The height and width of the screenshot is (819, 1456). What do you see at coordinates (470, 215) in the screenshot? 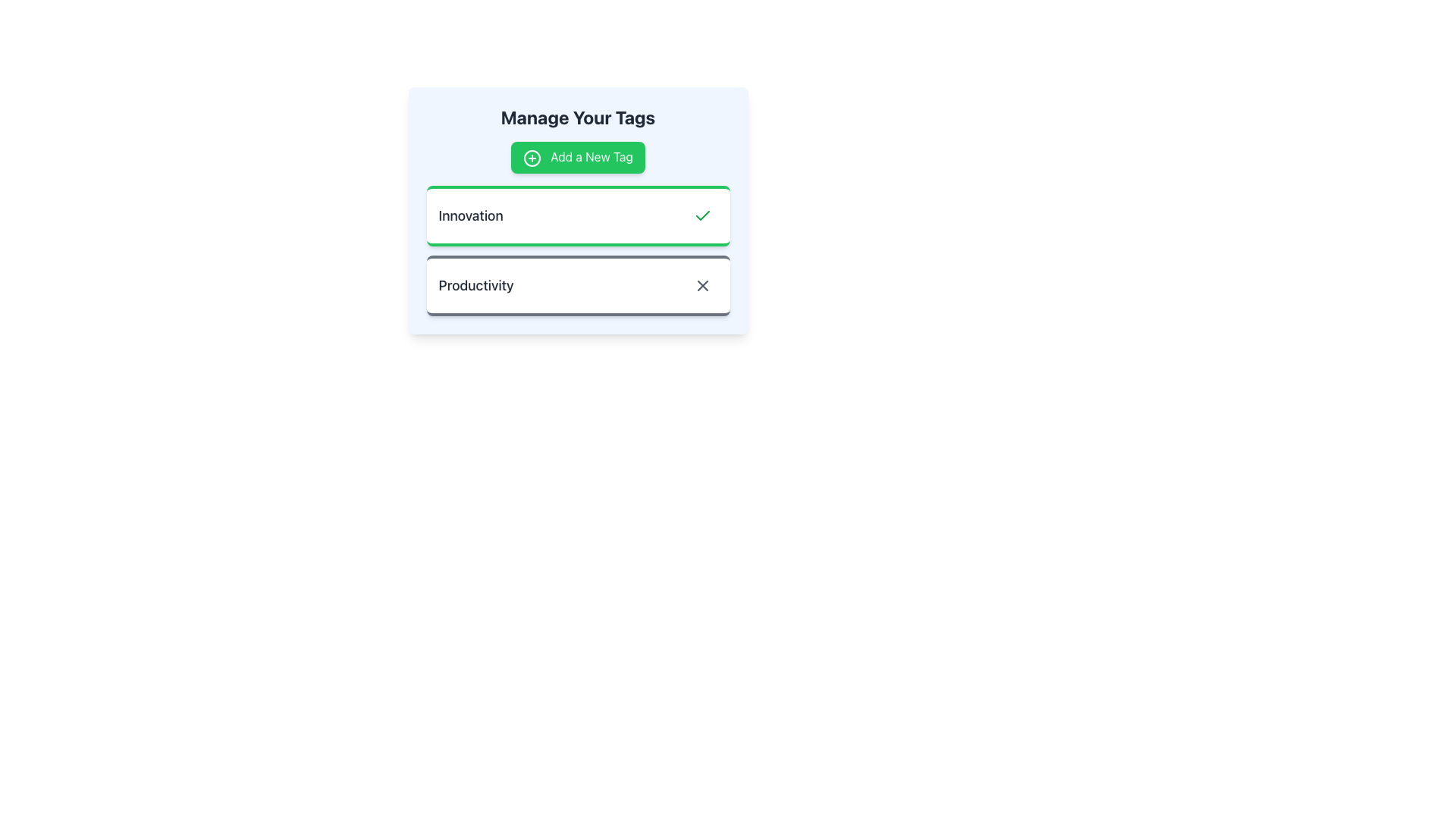
I see `the text label displaying the word 'Innovation' in bold font, located in the upper section of a white rounded rectangle with a green highlighted border` at bounding box center [470, 215].